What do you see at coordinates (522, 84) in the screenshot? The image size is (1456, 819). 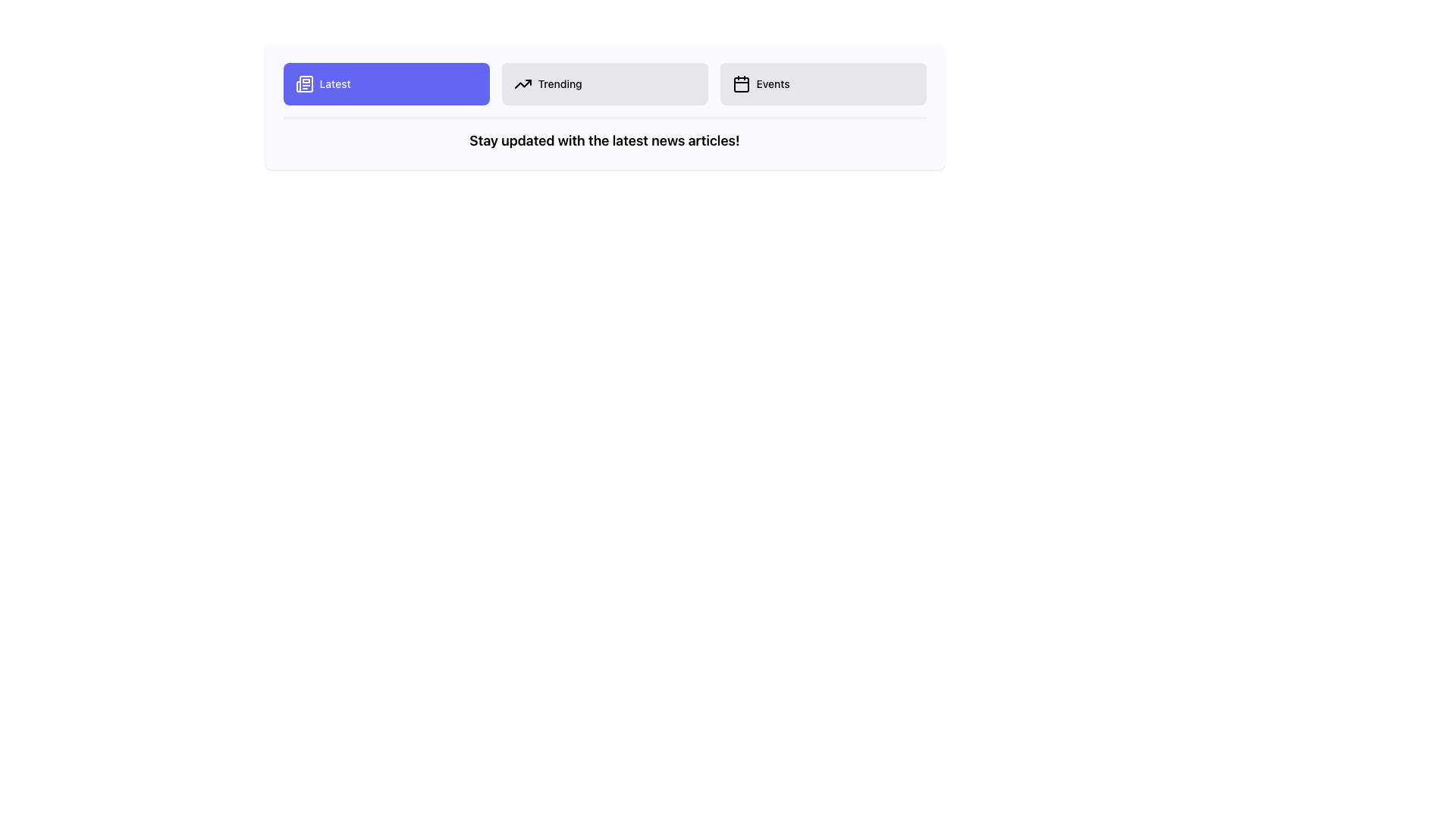 I see `the Polyline element representing the trending upwards icon in the SVG component, located near the 'Trending' label` at bounding box center [522, 84].